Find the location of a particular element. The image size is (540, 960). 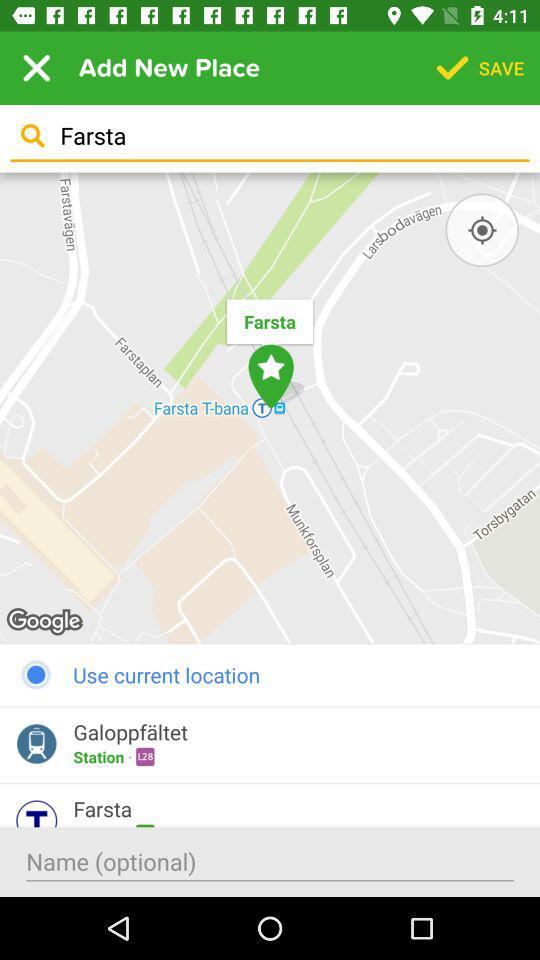

the use current location icon is located at coordinates (270, 674).